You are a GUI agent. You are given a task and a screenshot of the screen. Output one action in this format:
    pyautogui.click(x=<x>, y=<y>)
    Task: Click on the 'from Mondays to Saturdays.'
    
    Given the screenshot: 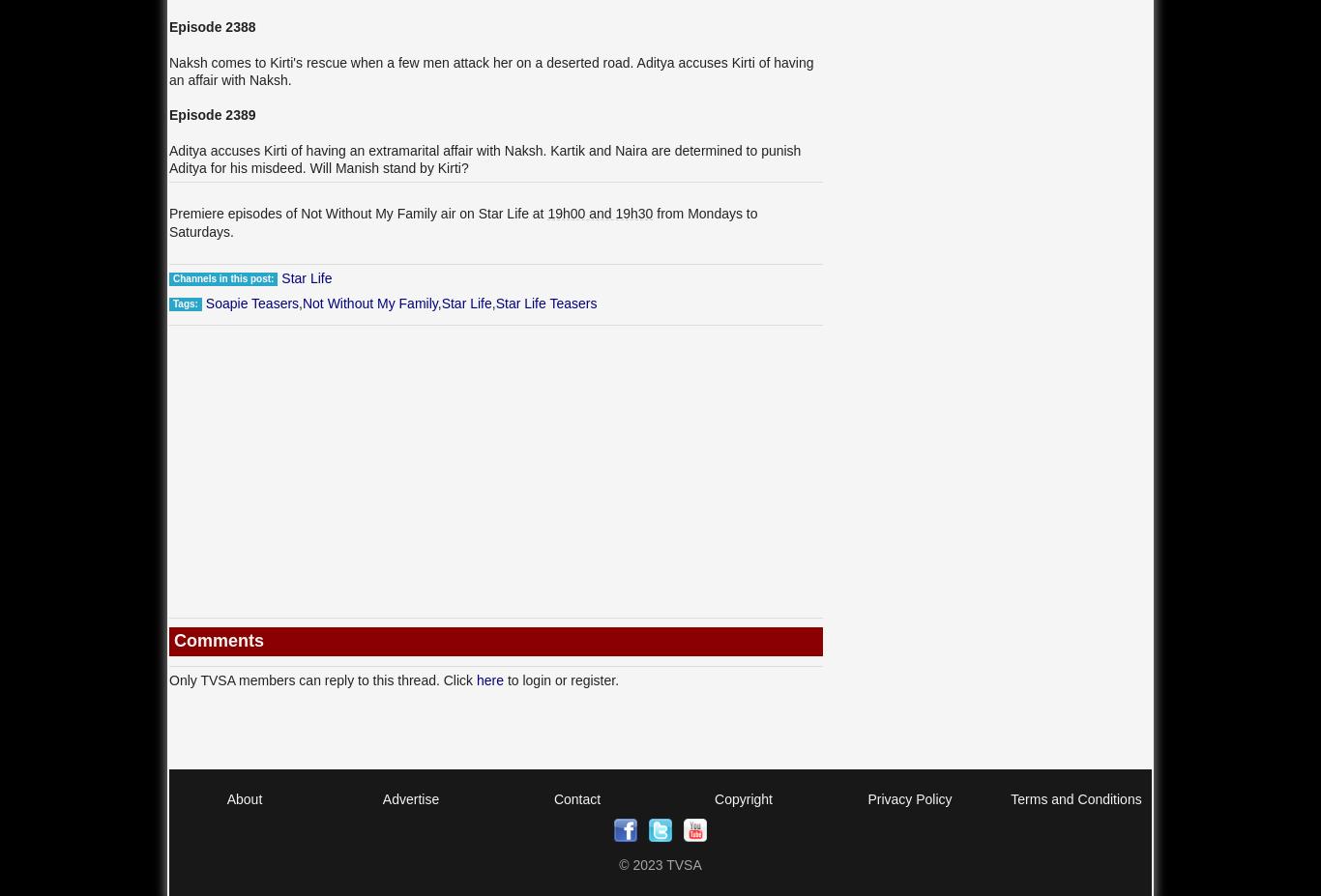 What is the action you would take?
    pyautogui.click(x=463, y=221)
    